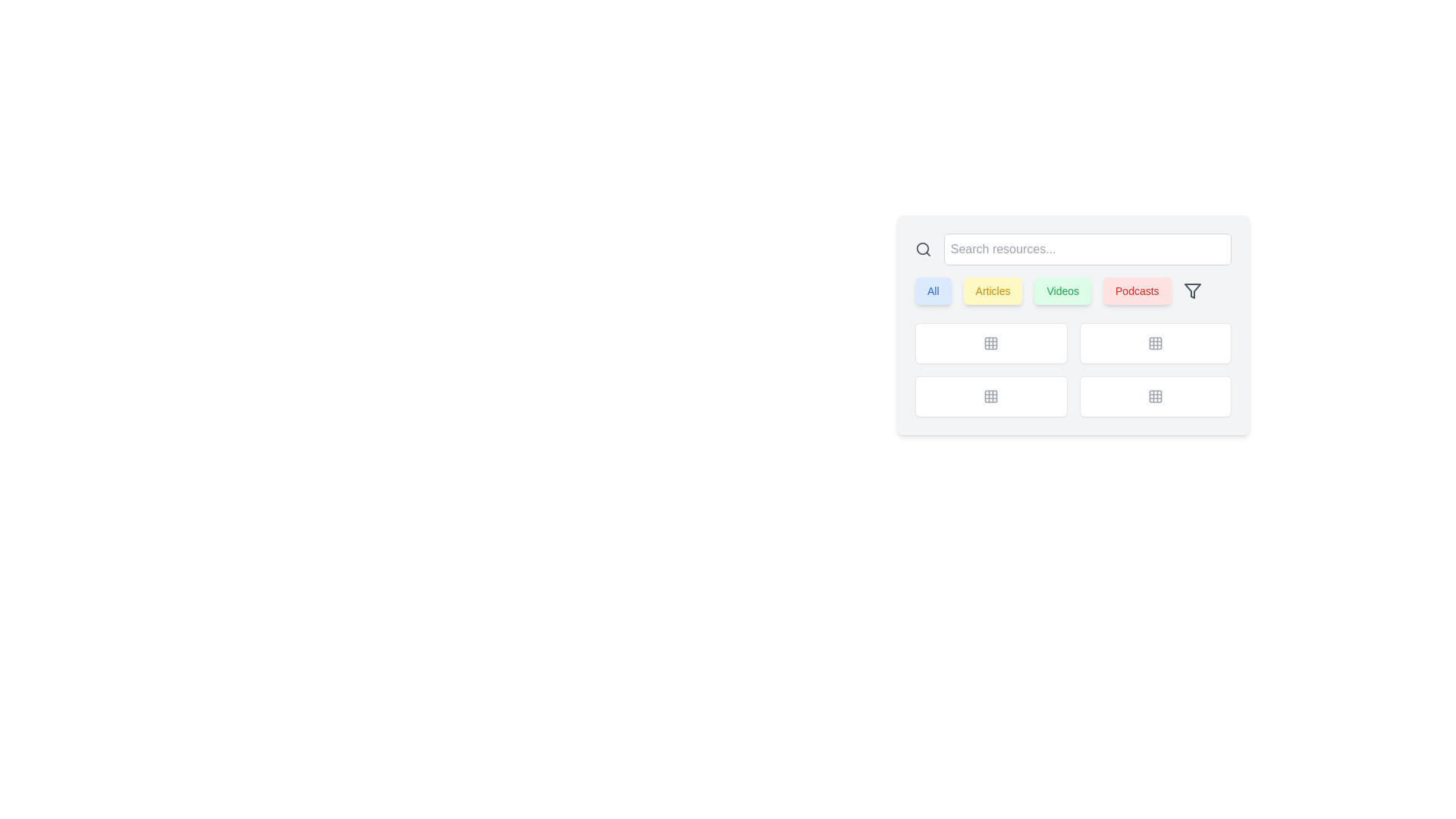  Describe the element at coordinates (1191, 291) in the screenshot. I see `the Icon button located in the top-right corner of the control panel` at that location.